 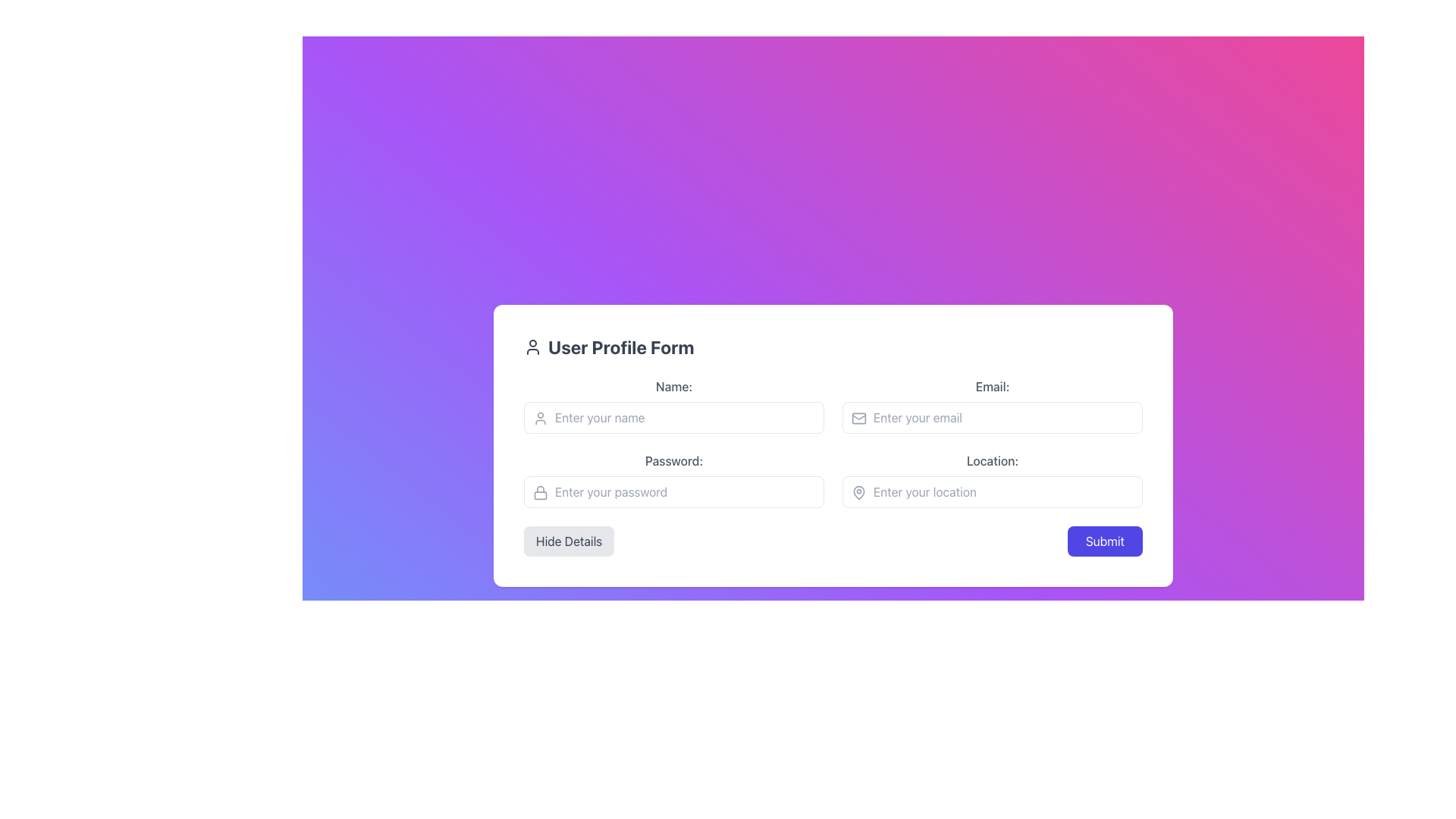 I want to click on the email field icon located to the left of the email input field component, which serves as a visual cue for the user, so click(x=858, y=418).